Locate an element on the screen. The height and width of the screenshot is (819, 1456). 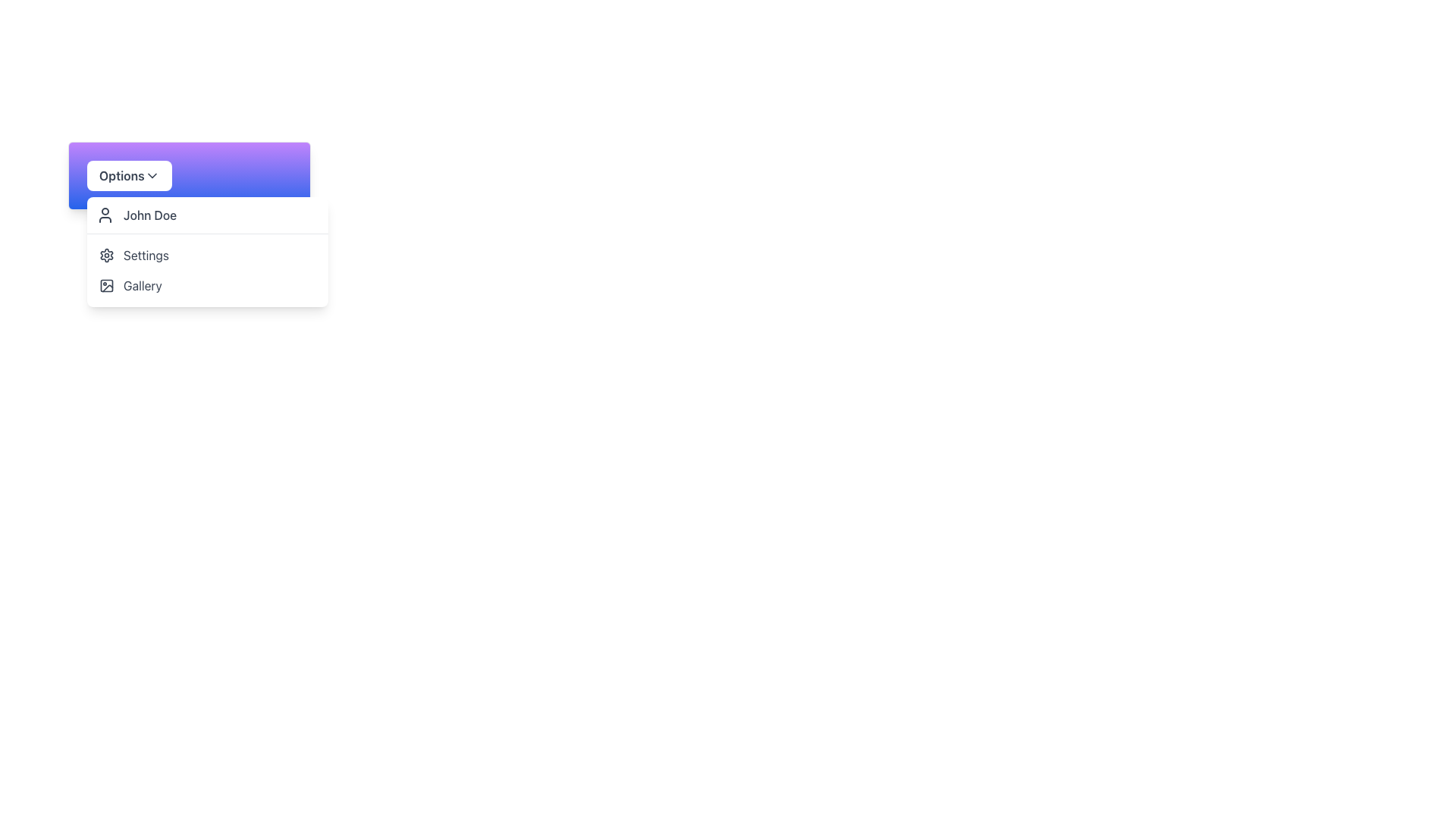
the uppermost square-shaped element with rounded corners within the icon structure next to the 'Gallery' menu option is located at coordinates (105, 286).